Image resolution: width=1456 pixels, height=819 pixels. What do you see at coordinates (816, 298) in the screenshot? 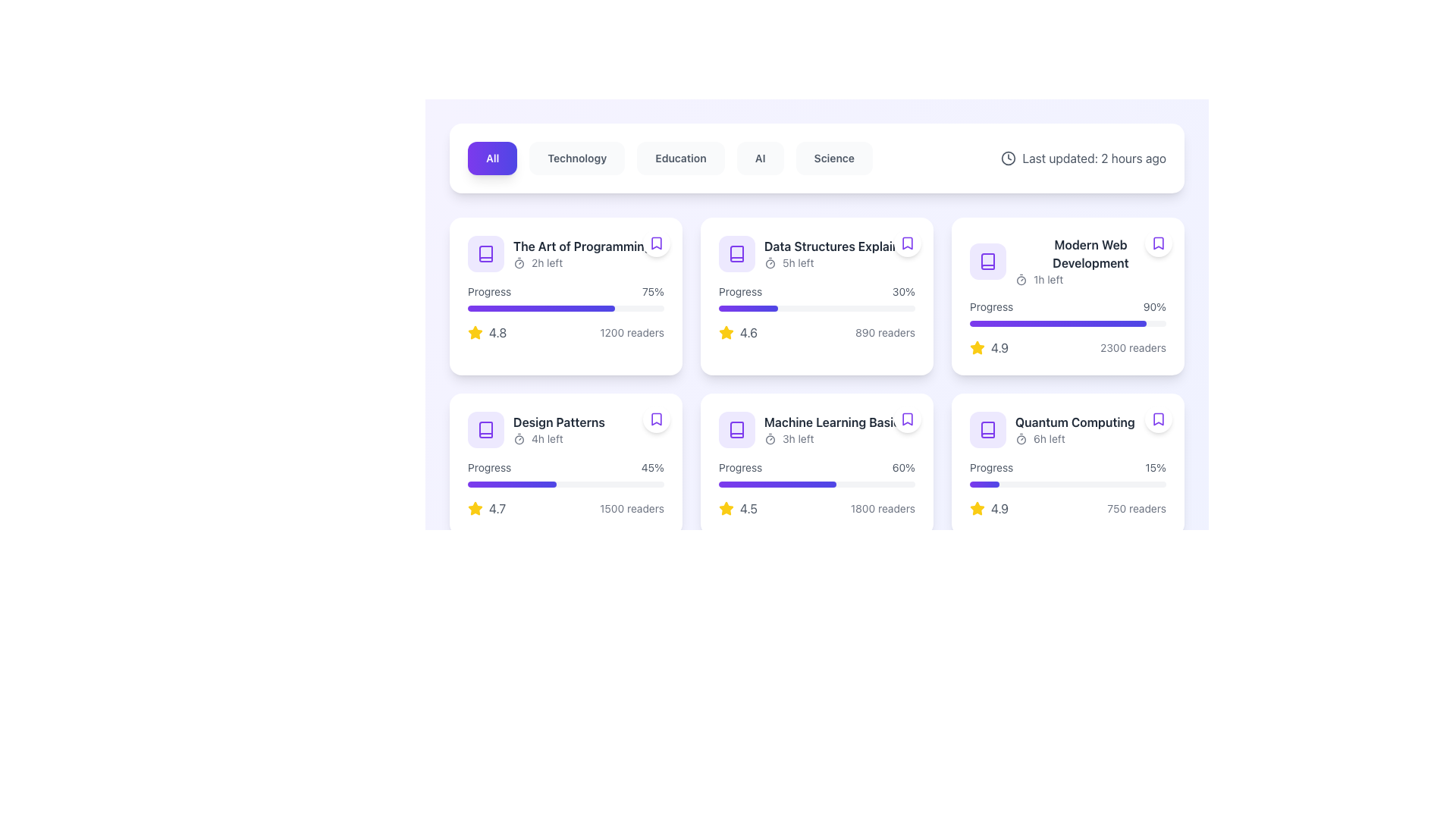
I see `the progress information of the progress bar labeled 'Progress' that shows '30%' completion within the 'Data Structures Explained' card` at bounding box center [816, 298].